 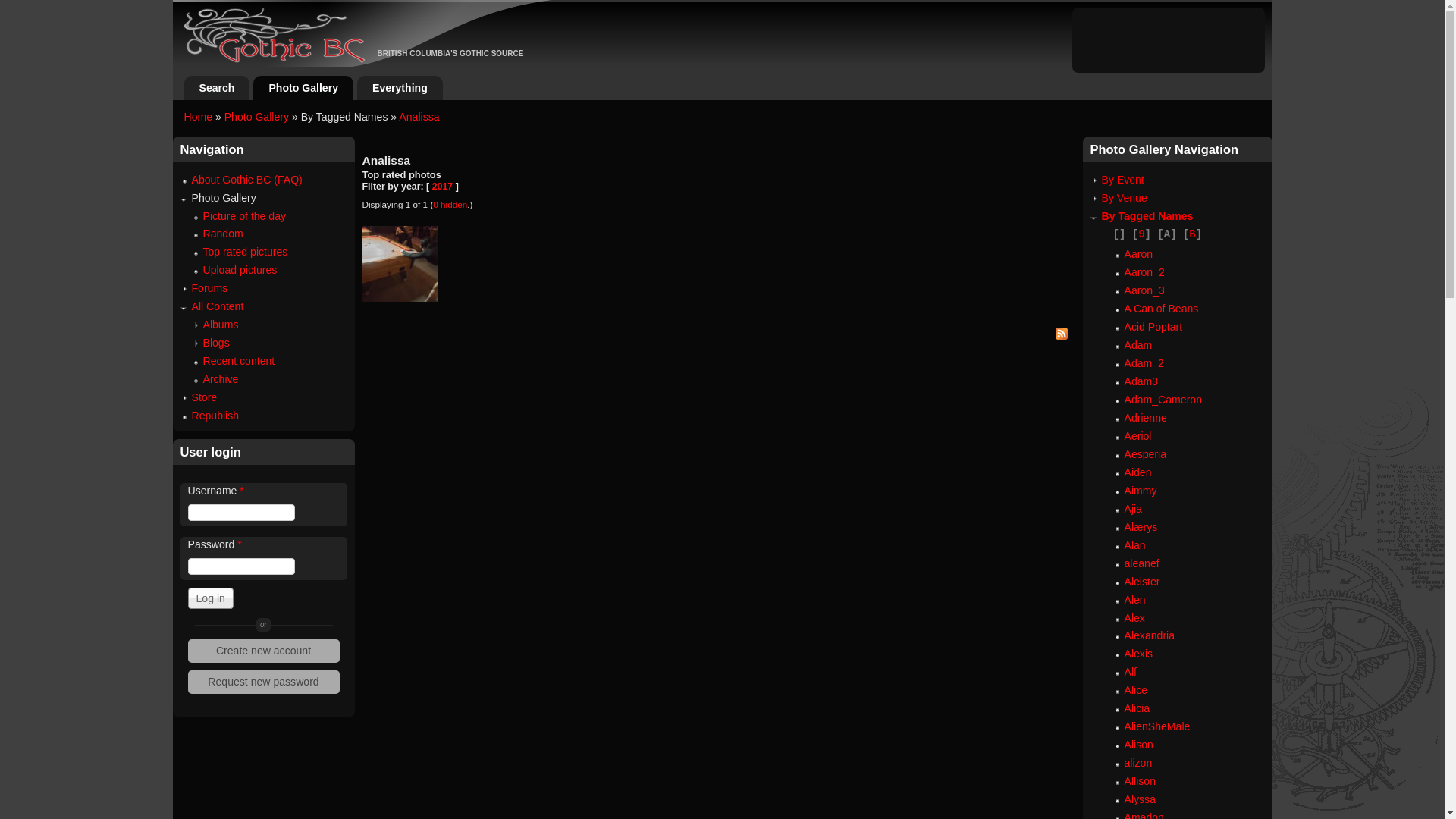 What do you see at coordinates (264, 650) in the screenshot?
I see `'Create new account'` at bounding box center [264, 650].